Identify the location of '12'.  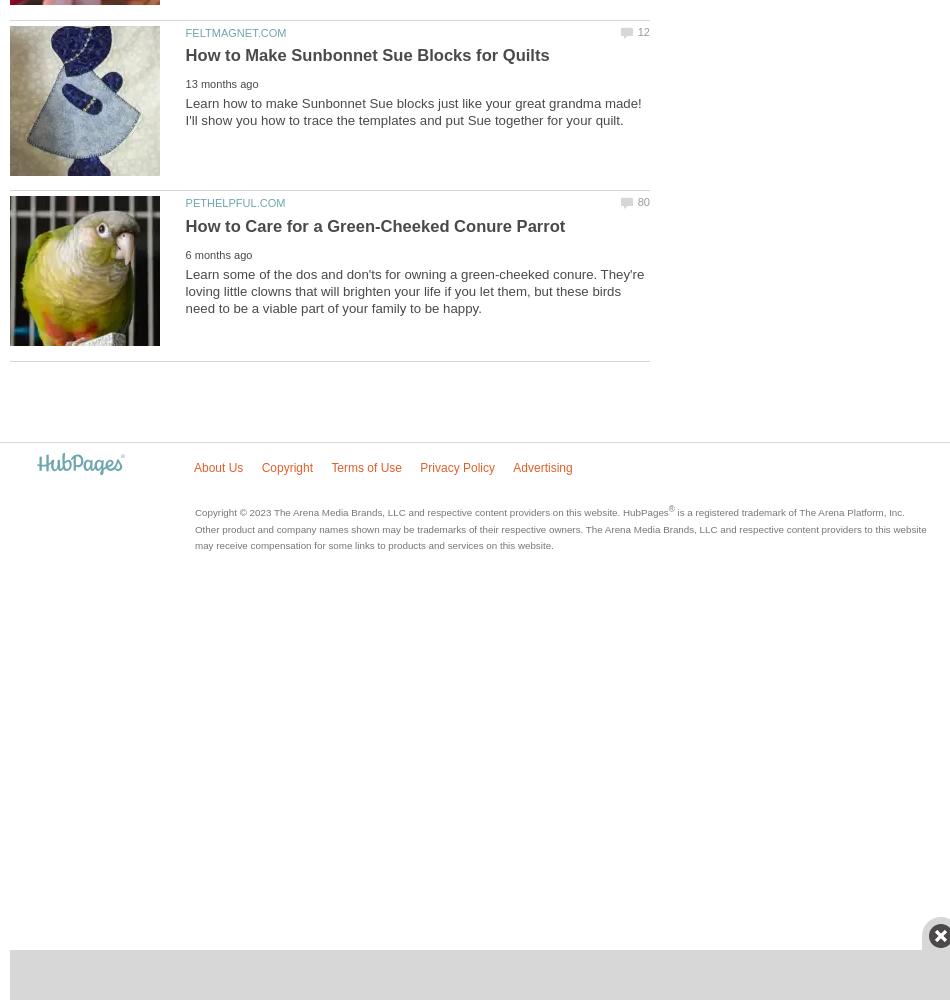
(643, 31).